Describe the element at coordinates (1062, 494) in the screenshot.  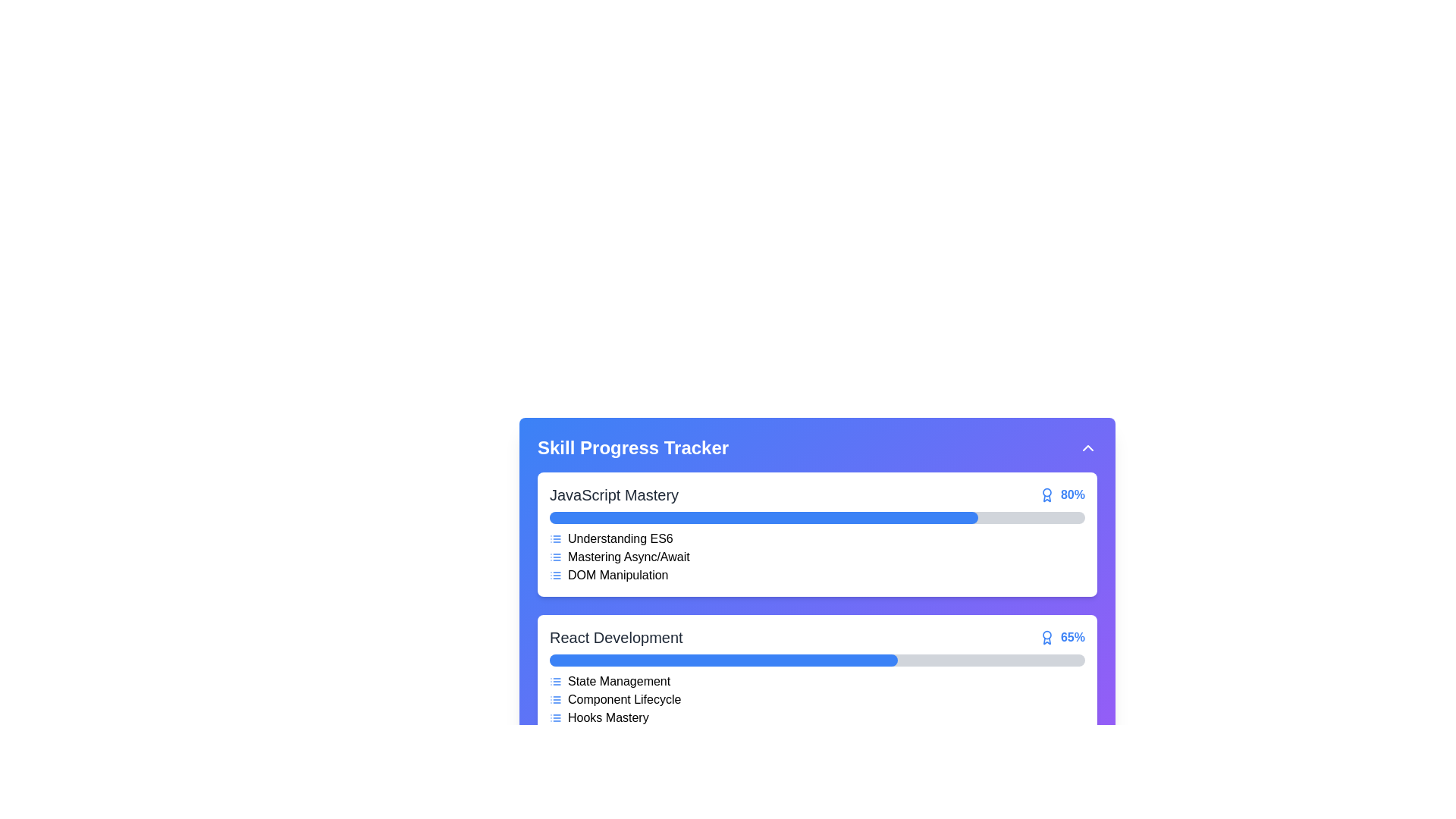
I see `static text label displaying '80%' in bold blue font, which indicates the progress of the 'JavaScript Mastery' section, located to the right of the section's header` at that location.